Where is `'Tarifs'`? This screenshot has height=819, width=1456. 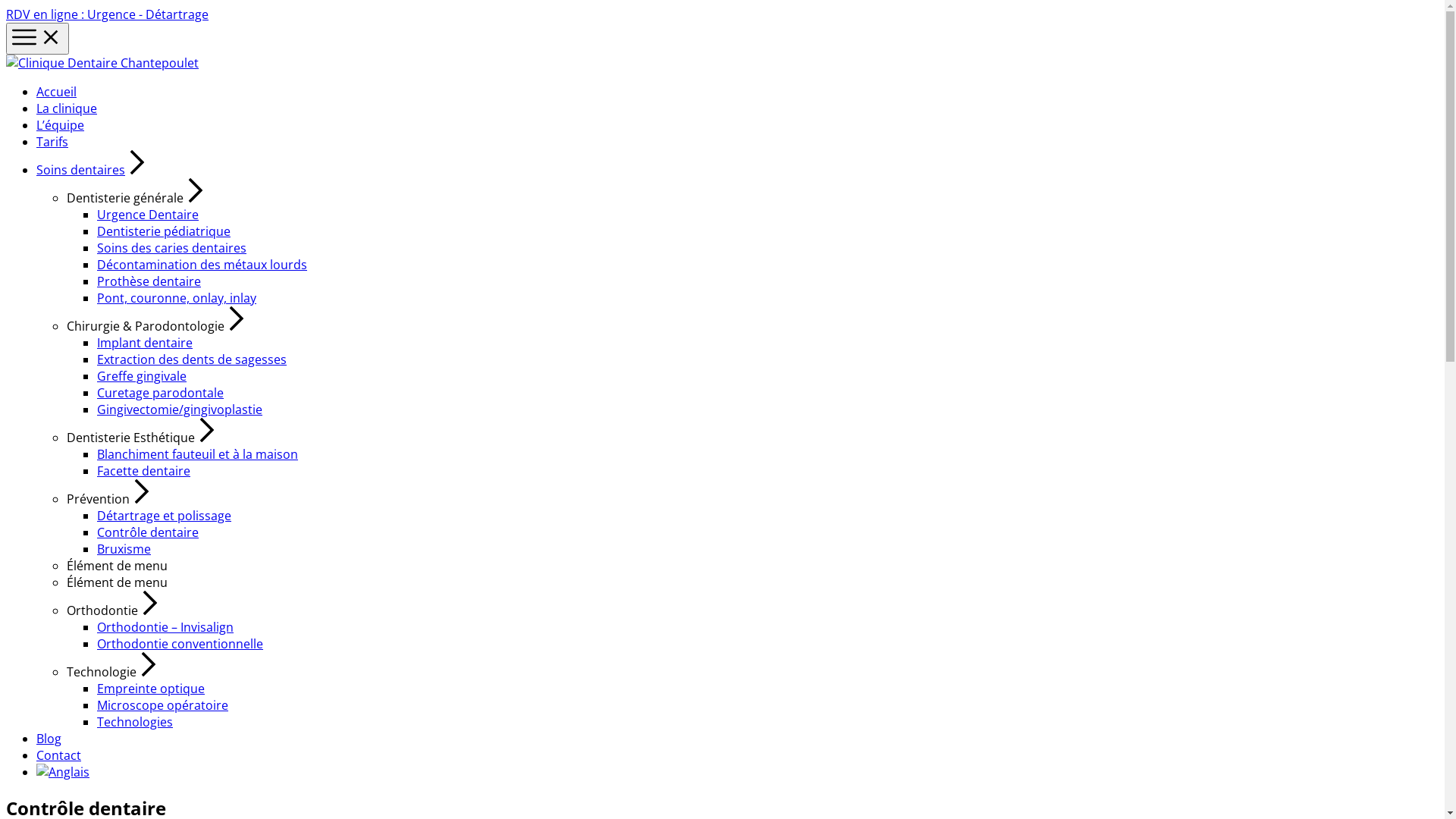
'Tarifs' is located at coordinates (52, 141).